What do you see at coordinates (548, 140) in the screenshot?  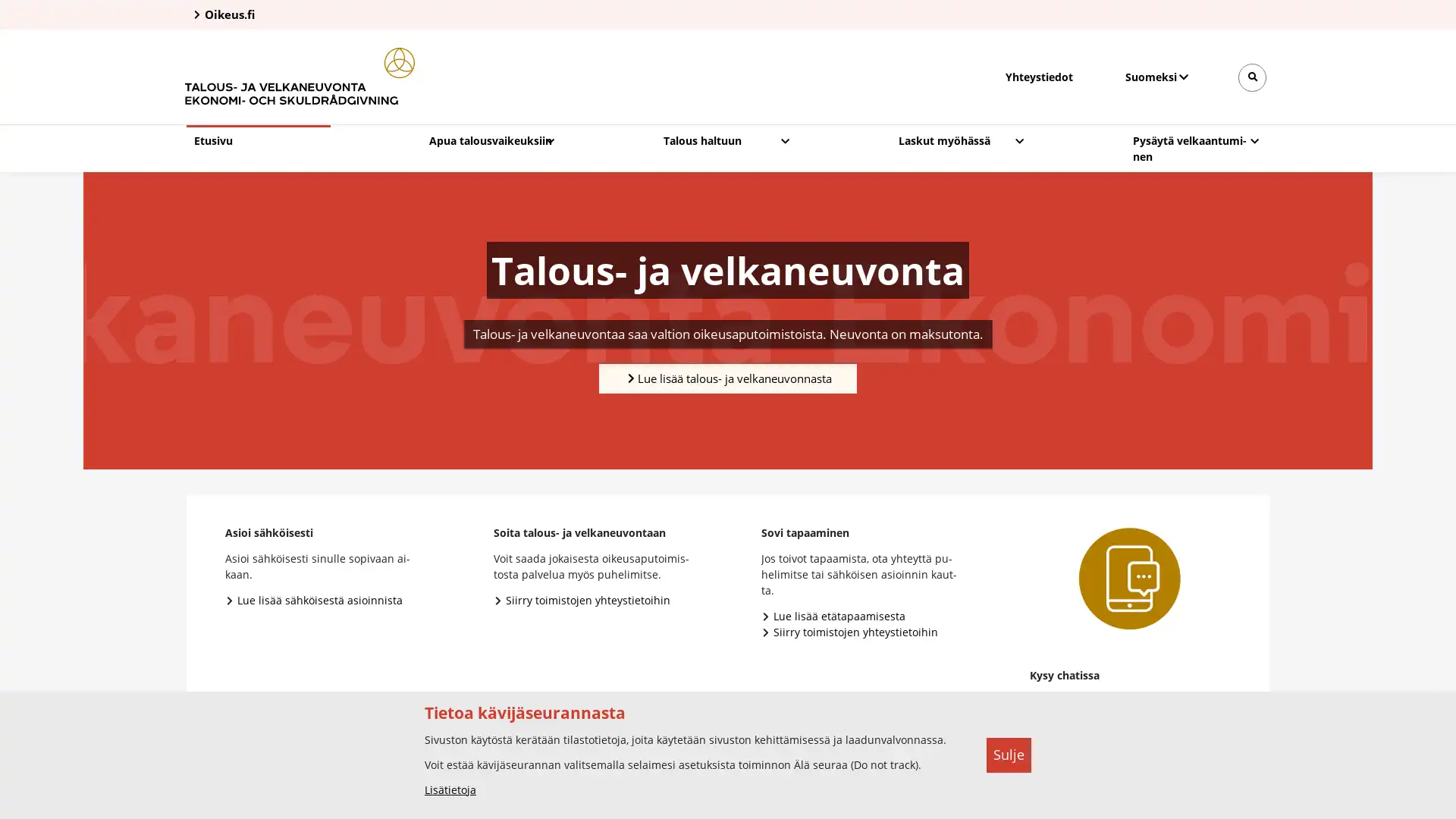 I see `Avaa pudotusvalikko` at bounding box center [548, 140].